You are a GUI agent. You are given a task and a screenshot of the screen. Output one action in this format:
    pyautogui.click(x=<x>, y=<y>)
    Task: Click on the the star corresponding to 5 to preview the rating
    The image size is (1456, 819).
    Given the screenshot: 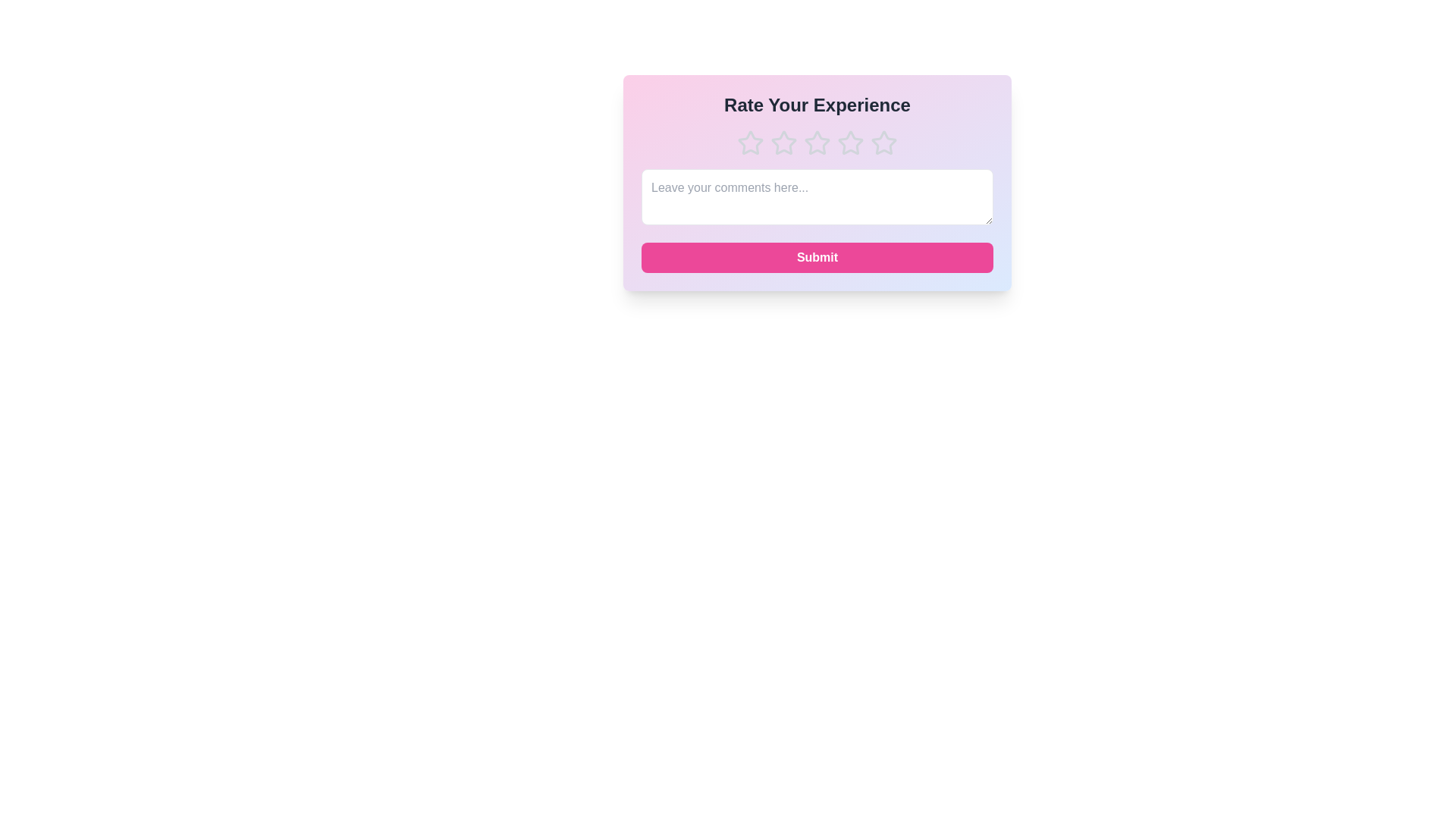 What is the action you would take?
    pyautogui.click(x=884, y=143)
    